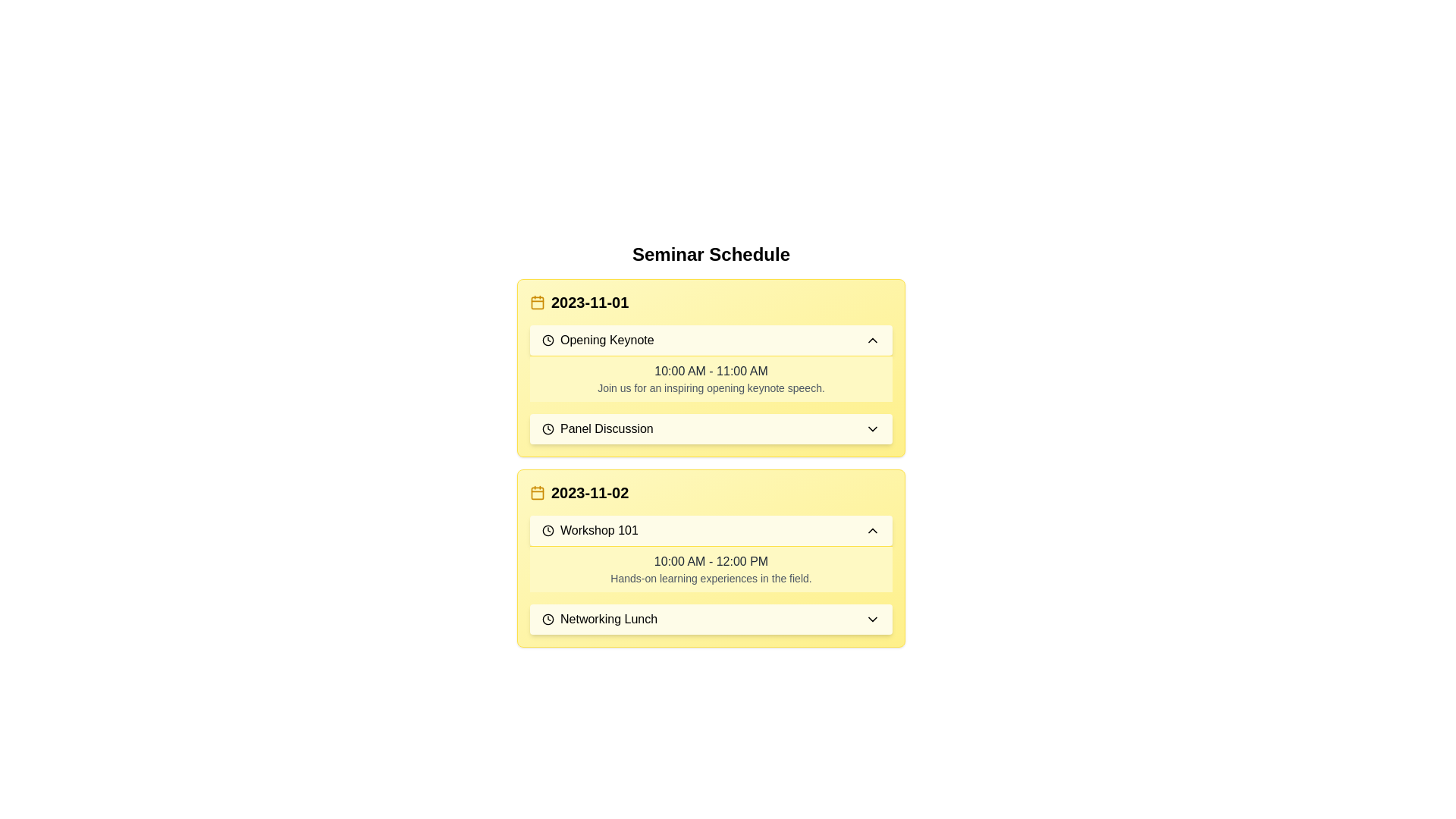 The image size is (1456, 819). I want to click on the Information display section for 'Opening Keynote' with the time range '10:00 AM - 11:00 AM' and description 'Join us for an inspiring opening keynote speech.', so click(710, 363).